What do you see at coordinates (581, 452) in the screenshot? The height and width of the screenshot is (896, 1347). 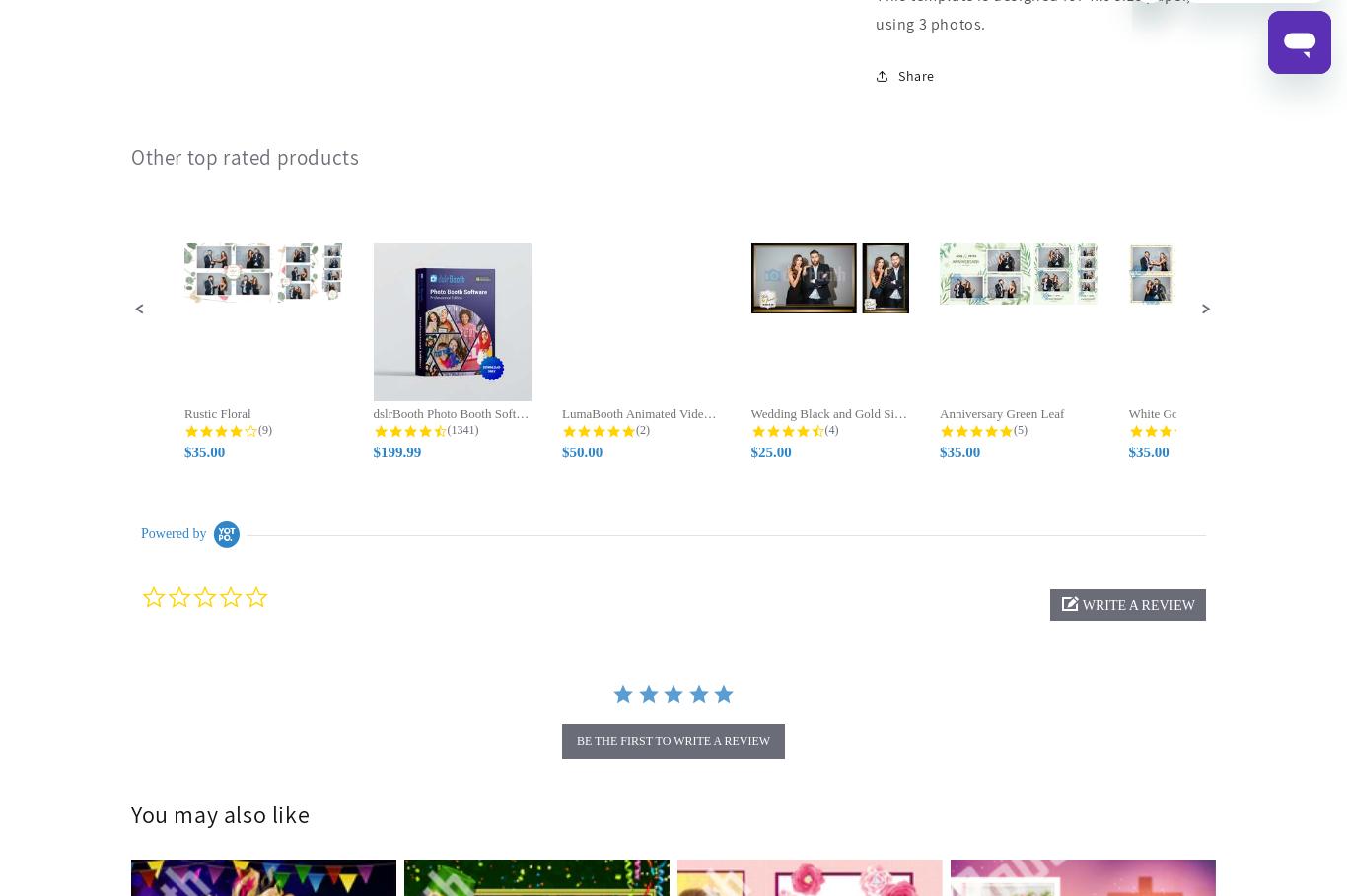 I see `'$50.00'` at bounding box center [581, 452].